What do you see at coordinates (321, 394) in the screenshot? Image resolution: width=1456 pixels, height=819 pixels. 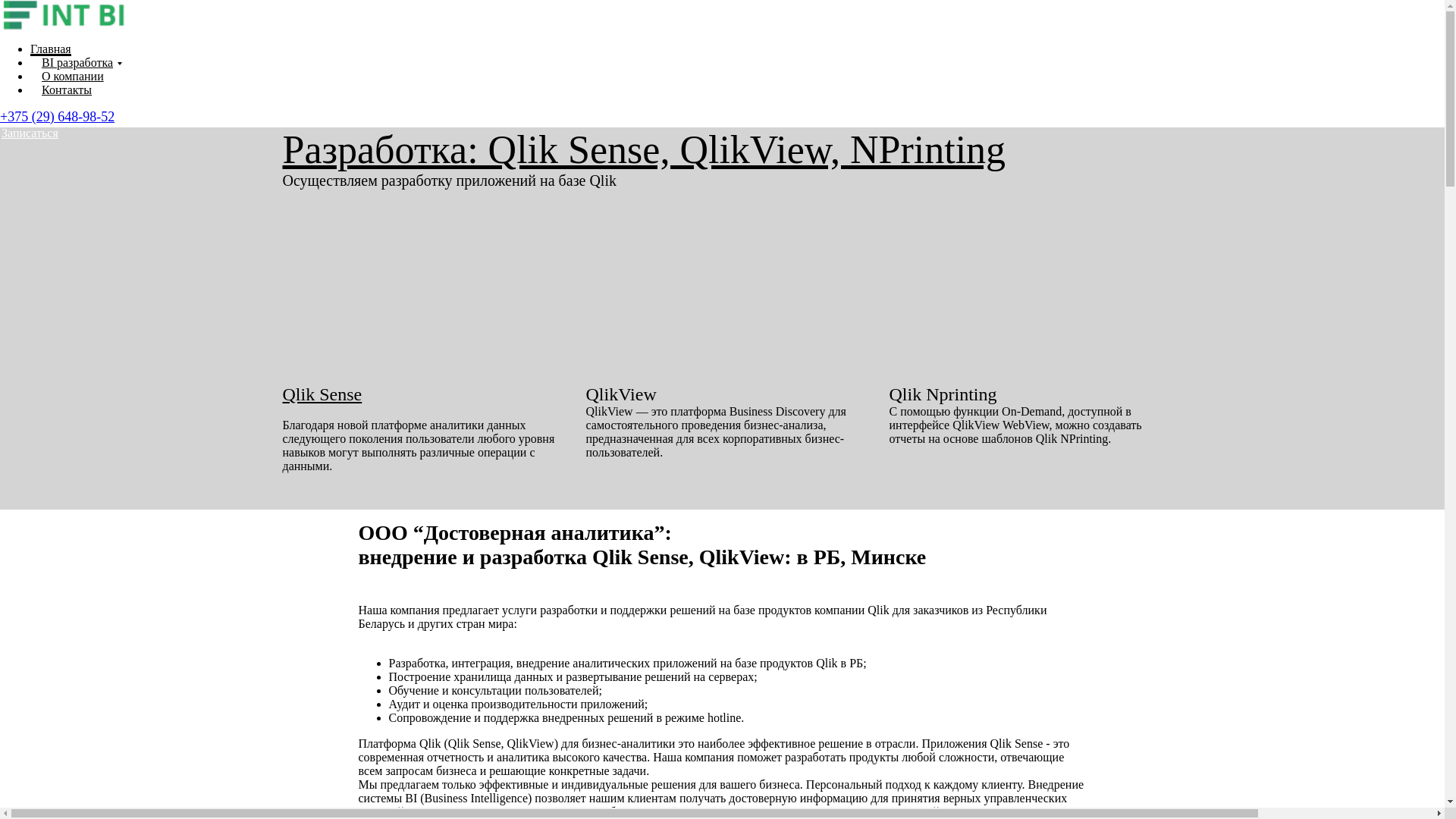 I see `'Qlik Sense'` at bounding box center [321, 394].